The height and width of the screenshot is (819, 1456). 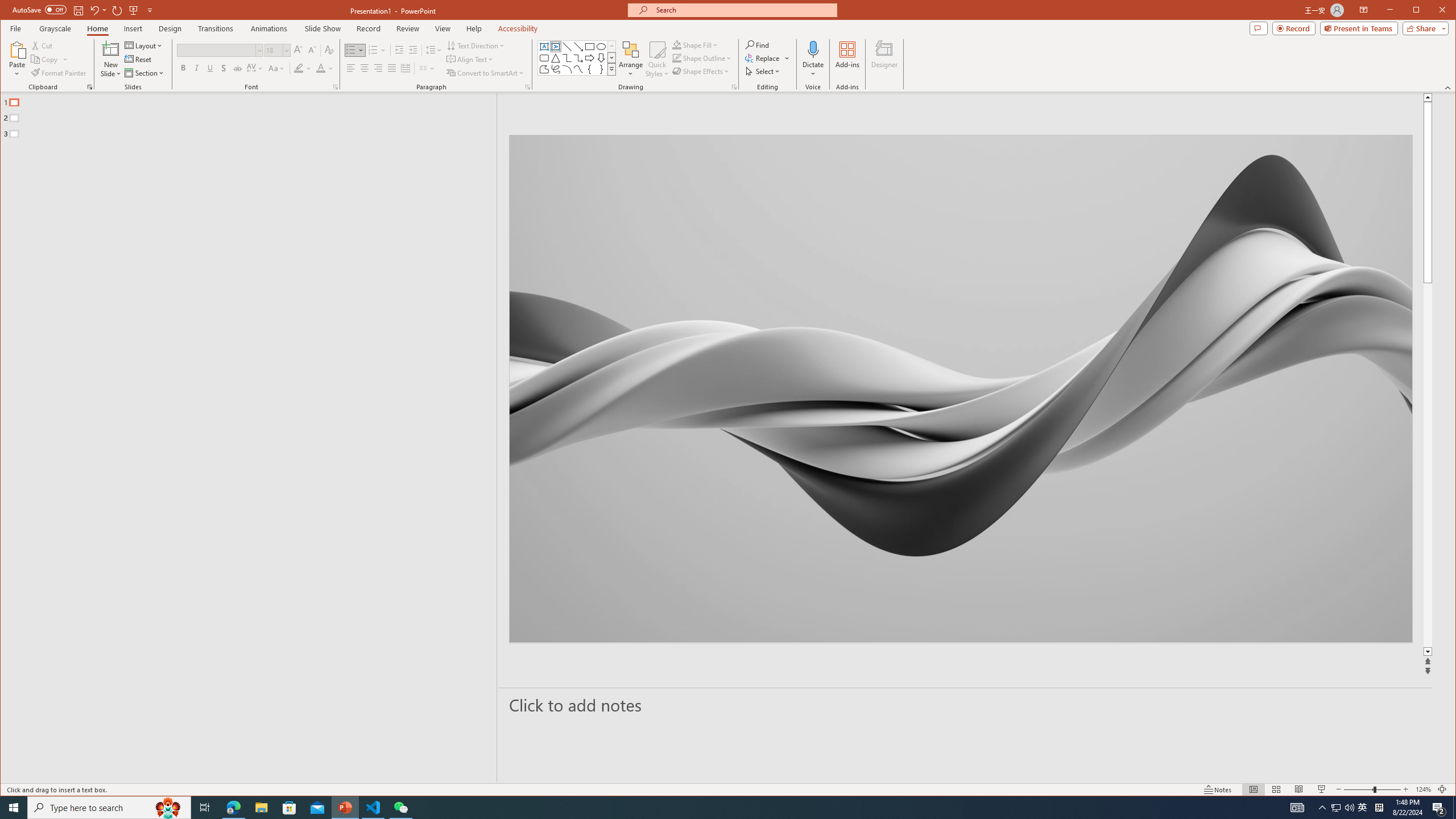 What do you see at coordinates (1423, 789) in the screenshot?
I see `'Zoom 124%'` at bounding box center [1423, 789].